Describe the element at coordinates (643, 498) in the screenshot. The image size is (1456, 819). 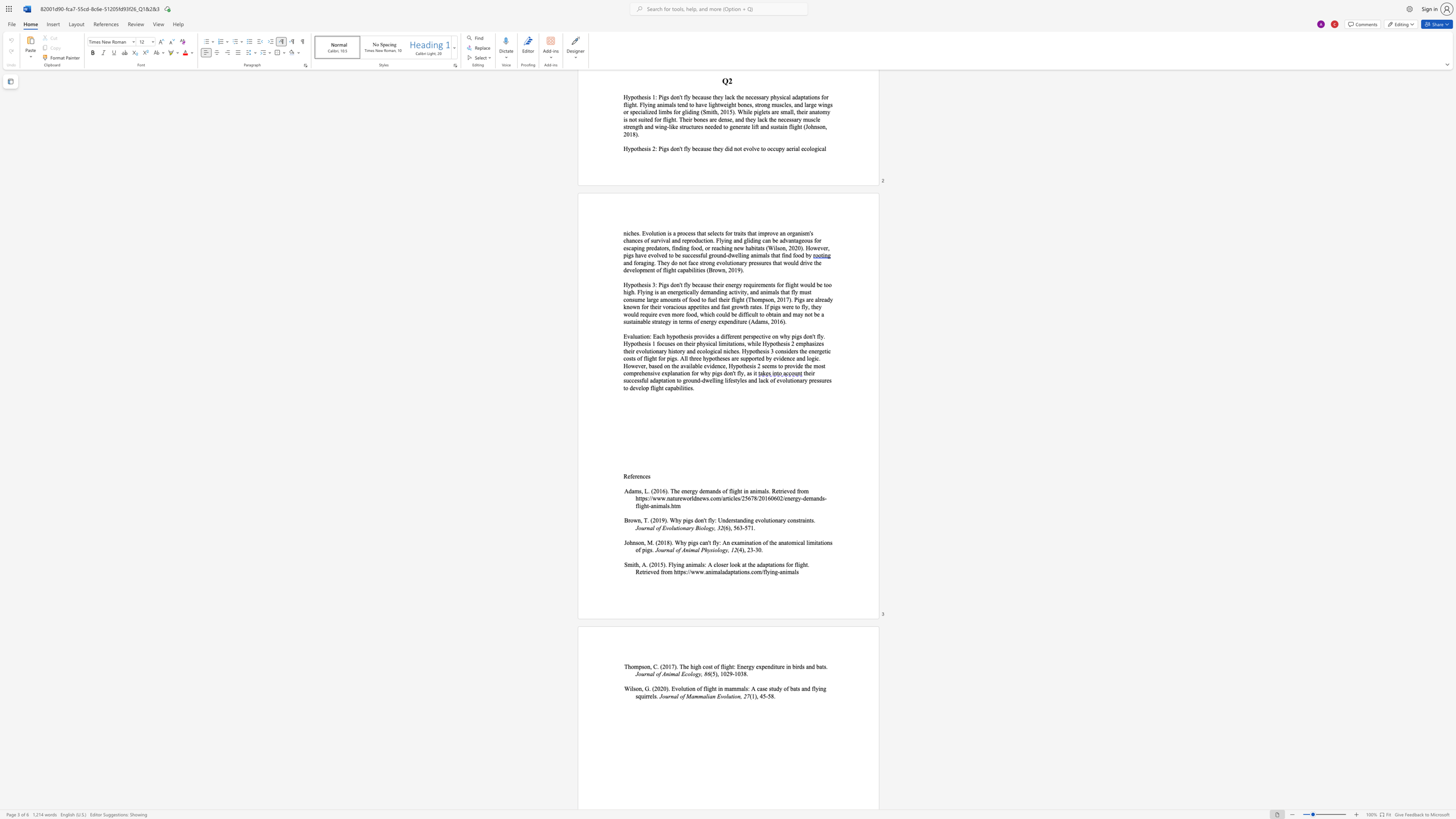
I see `the 1th character "p" in the text` at that location.